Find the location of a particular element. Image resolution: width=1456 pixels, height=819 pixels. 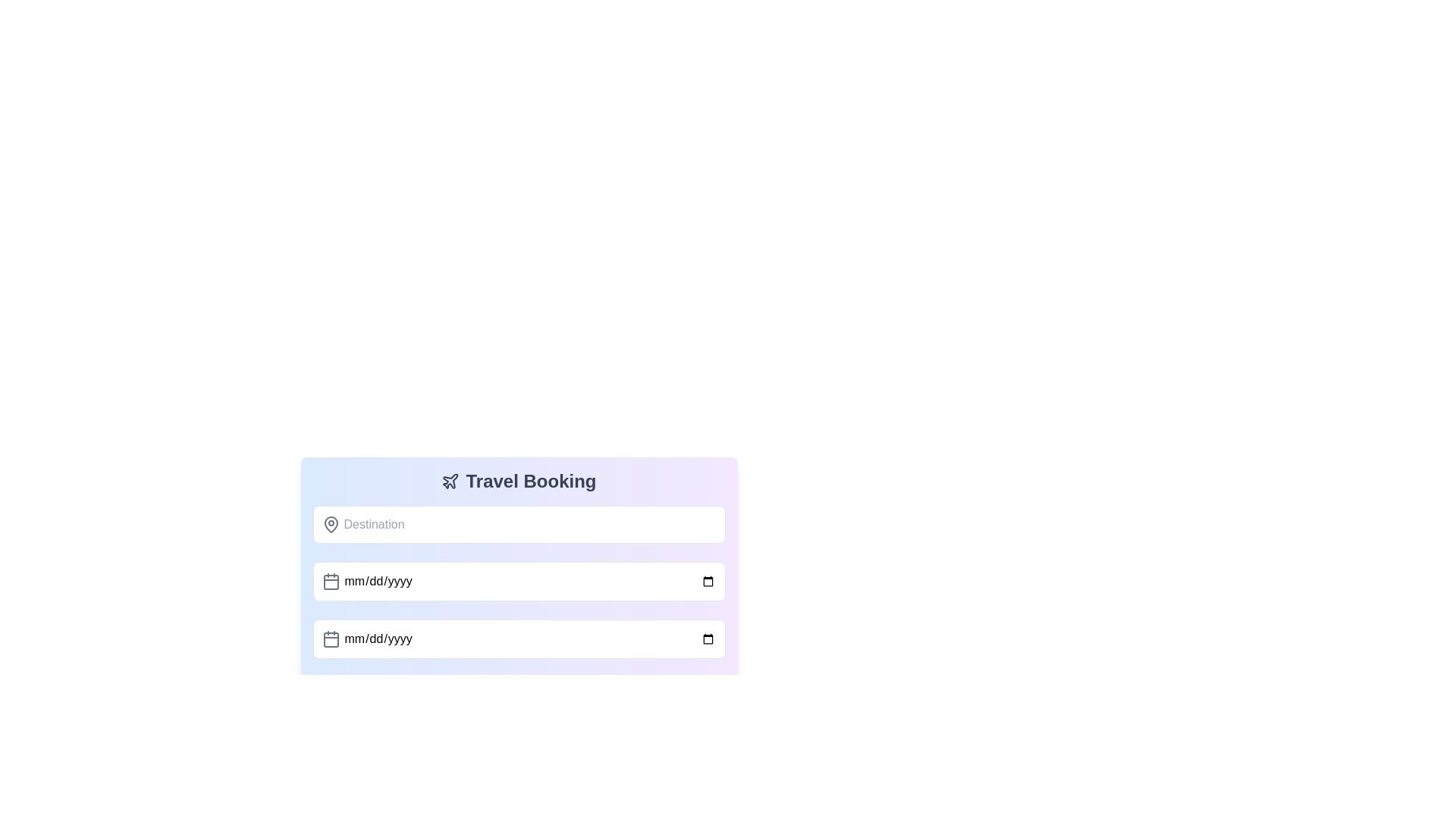

the calendar icon located near the lower input field within the 'Travel Booking' form is located at coordinates (330, 640).